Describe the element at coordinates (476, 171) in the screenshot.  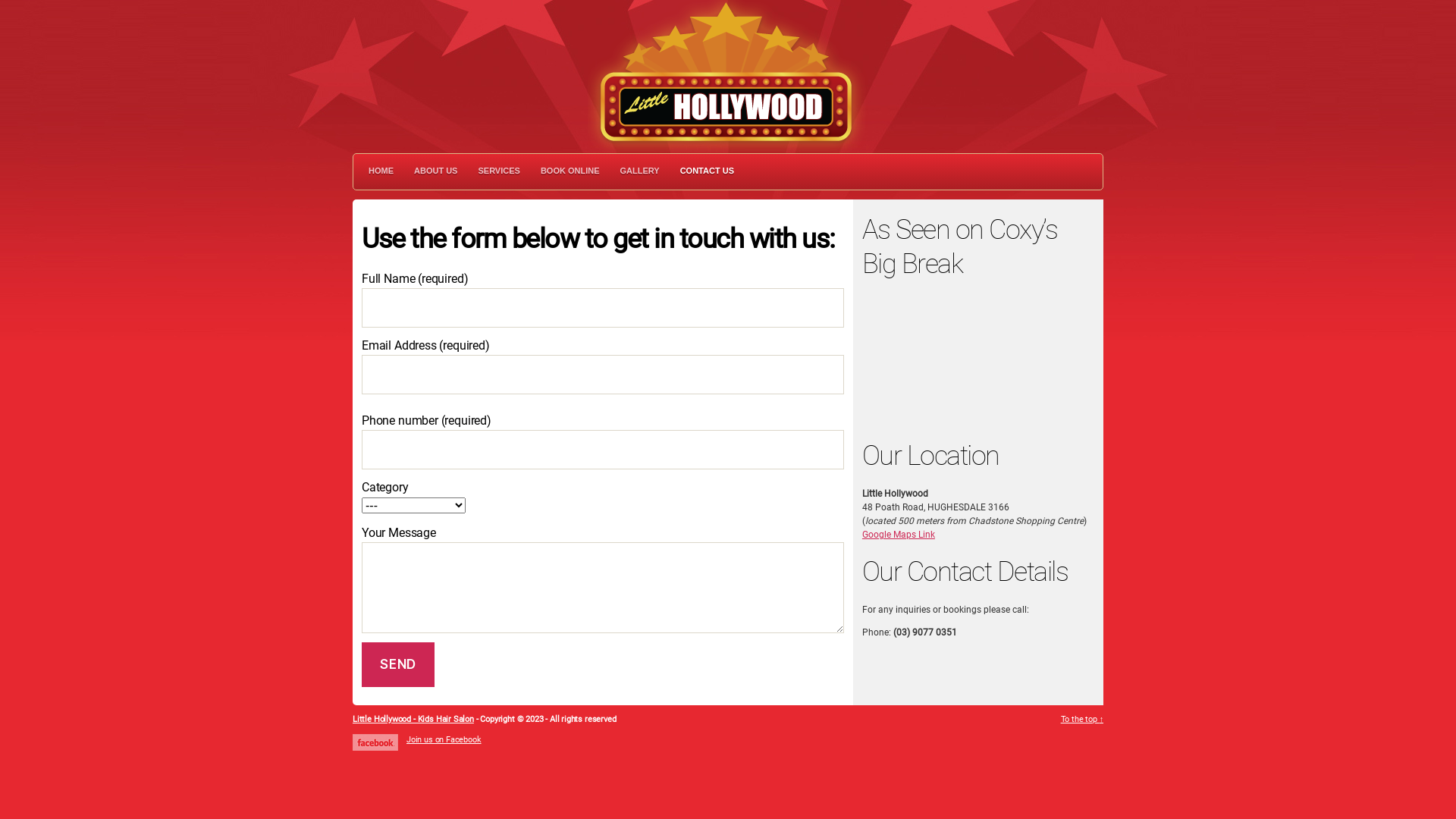
I see `'SERVICES'` at that location.